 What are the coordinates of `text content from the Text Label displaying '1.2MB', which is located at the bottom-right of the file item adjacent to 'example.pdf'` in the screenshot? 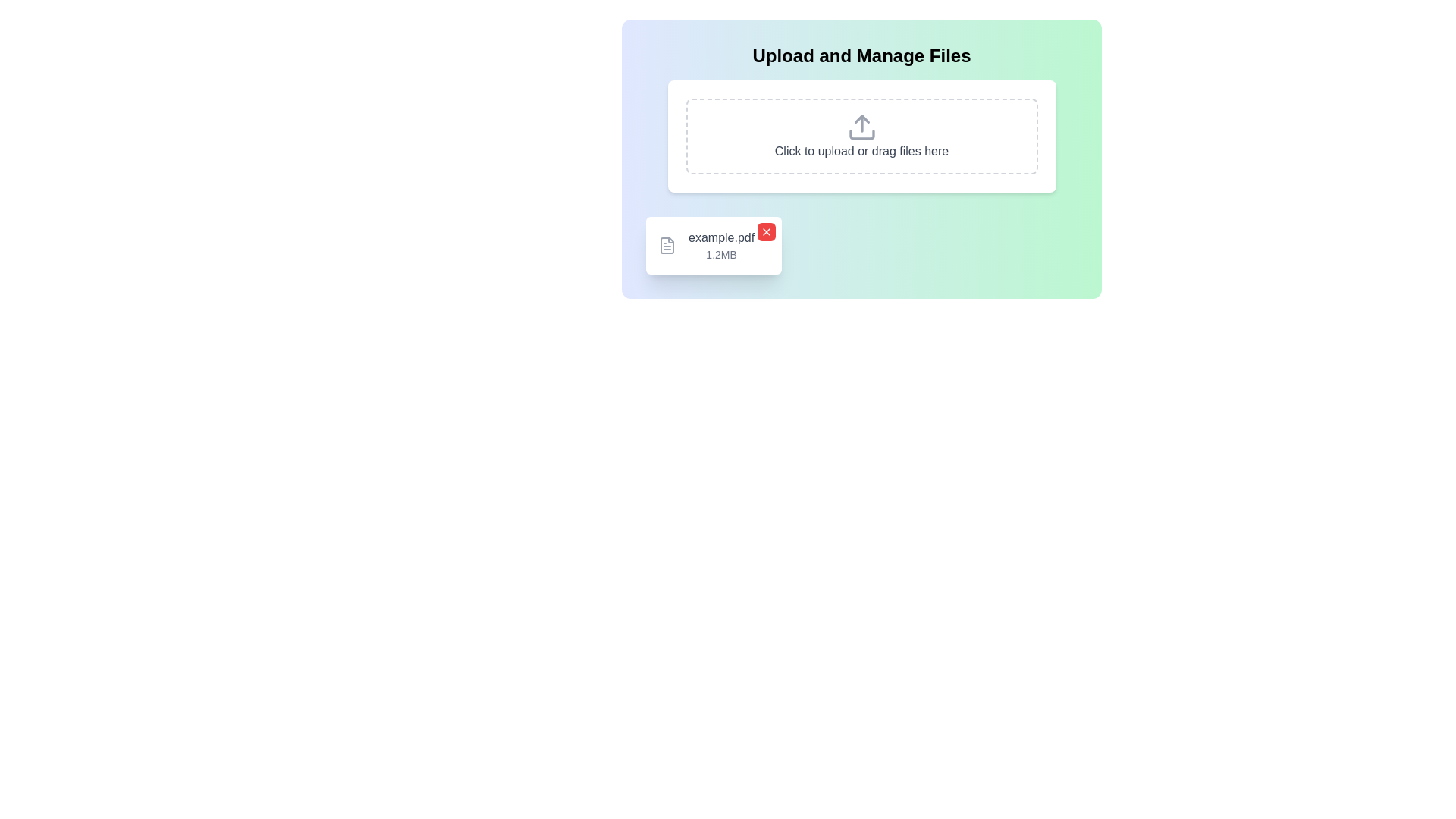 It's located at (720, 253).